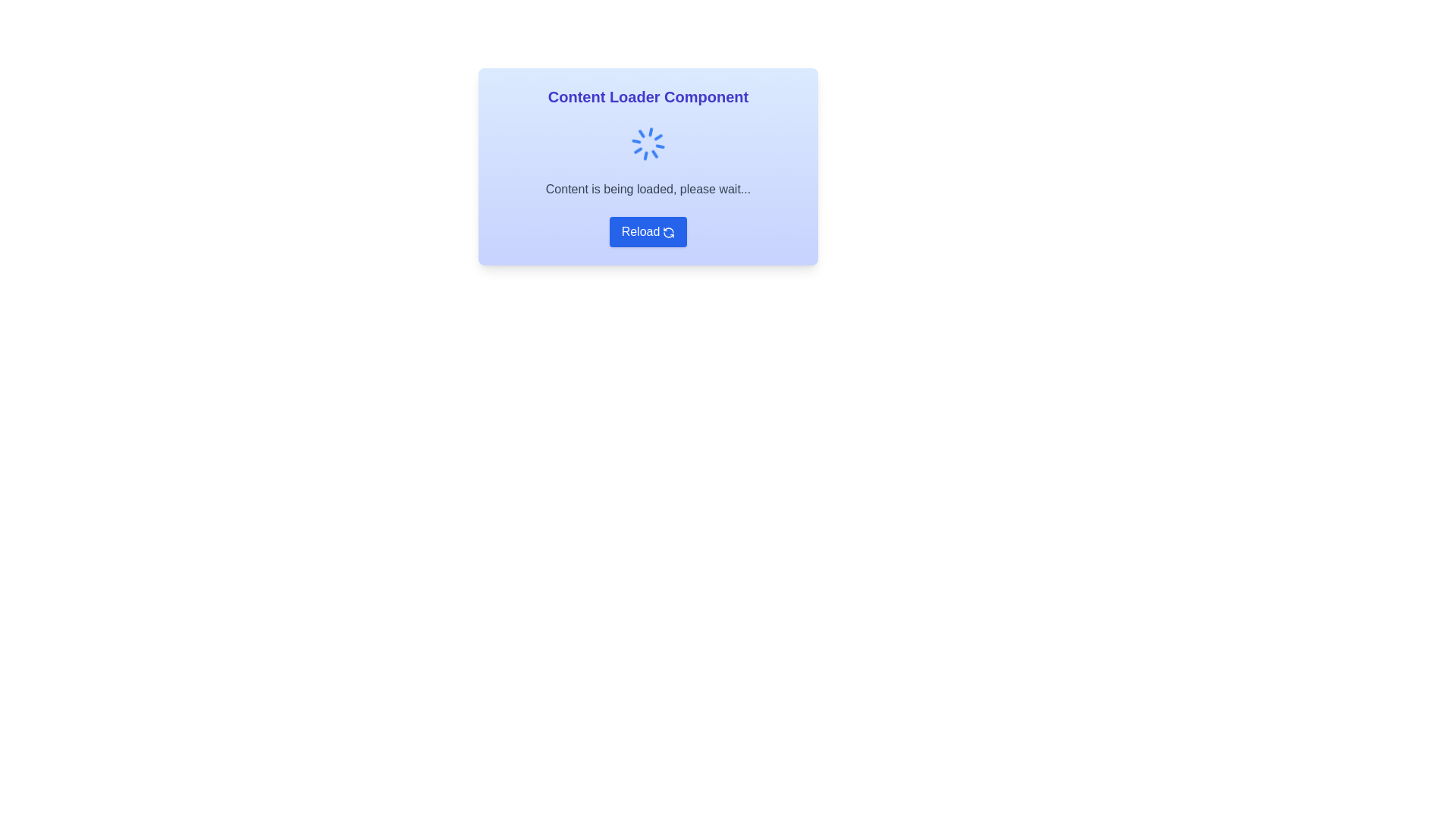 The image size is (1456, 819). I want to click on the loading spinner icon, which visually indicates that content is loading and is centrally located above a text message and a 'Reload' button, so click(648, 143).